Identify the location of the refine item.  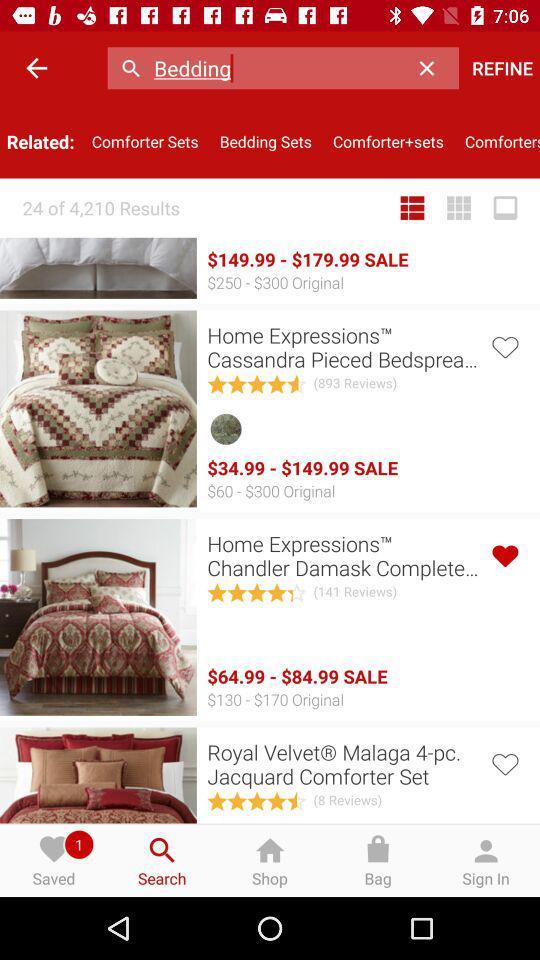
(501, 68).